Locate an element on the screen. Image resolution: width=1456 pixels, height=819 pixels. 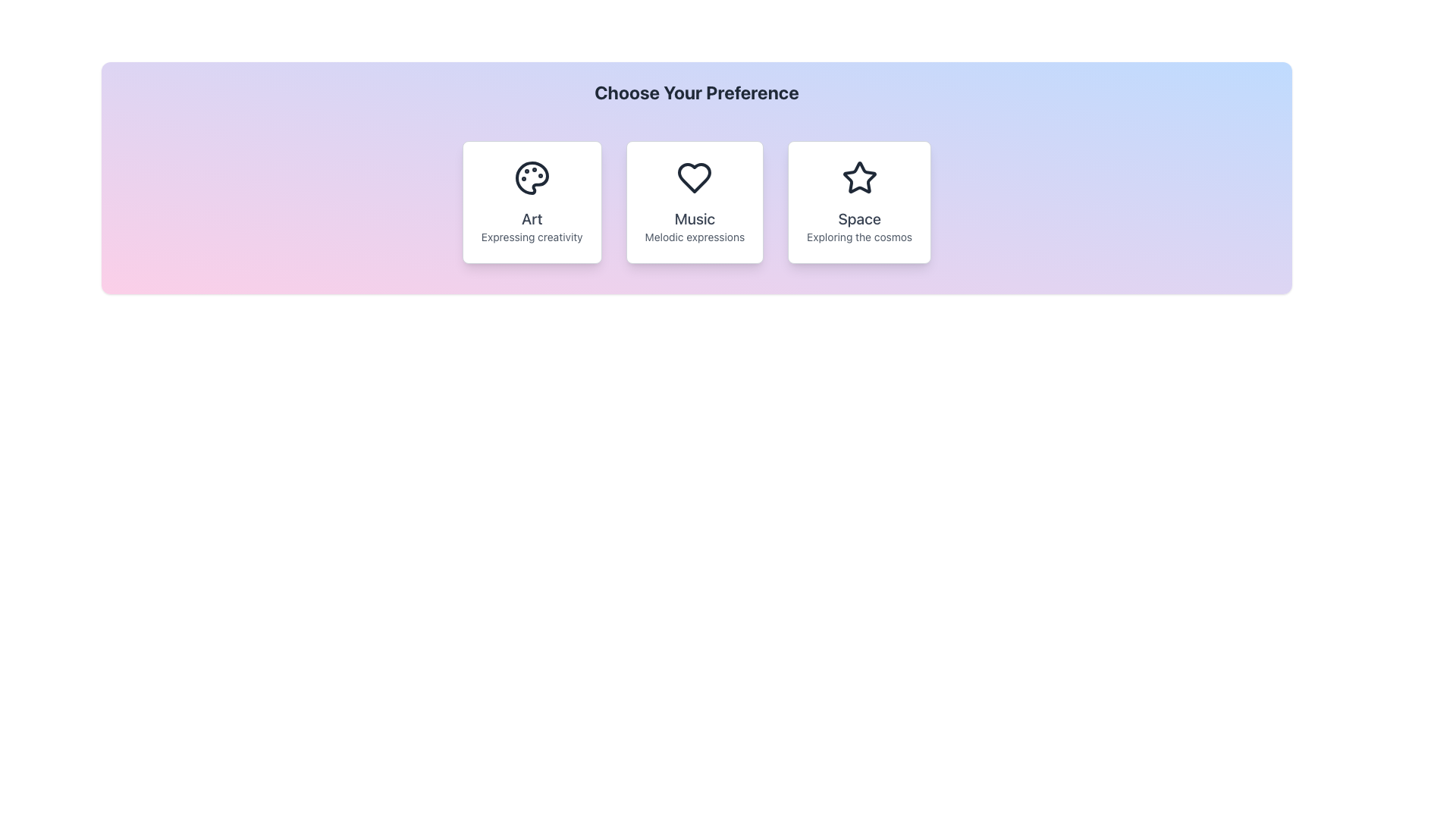
the vector graphic icon resembling a palette, located under the 'Art' label, to choose the preference is located at coordinates (532, 177).